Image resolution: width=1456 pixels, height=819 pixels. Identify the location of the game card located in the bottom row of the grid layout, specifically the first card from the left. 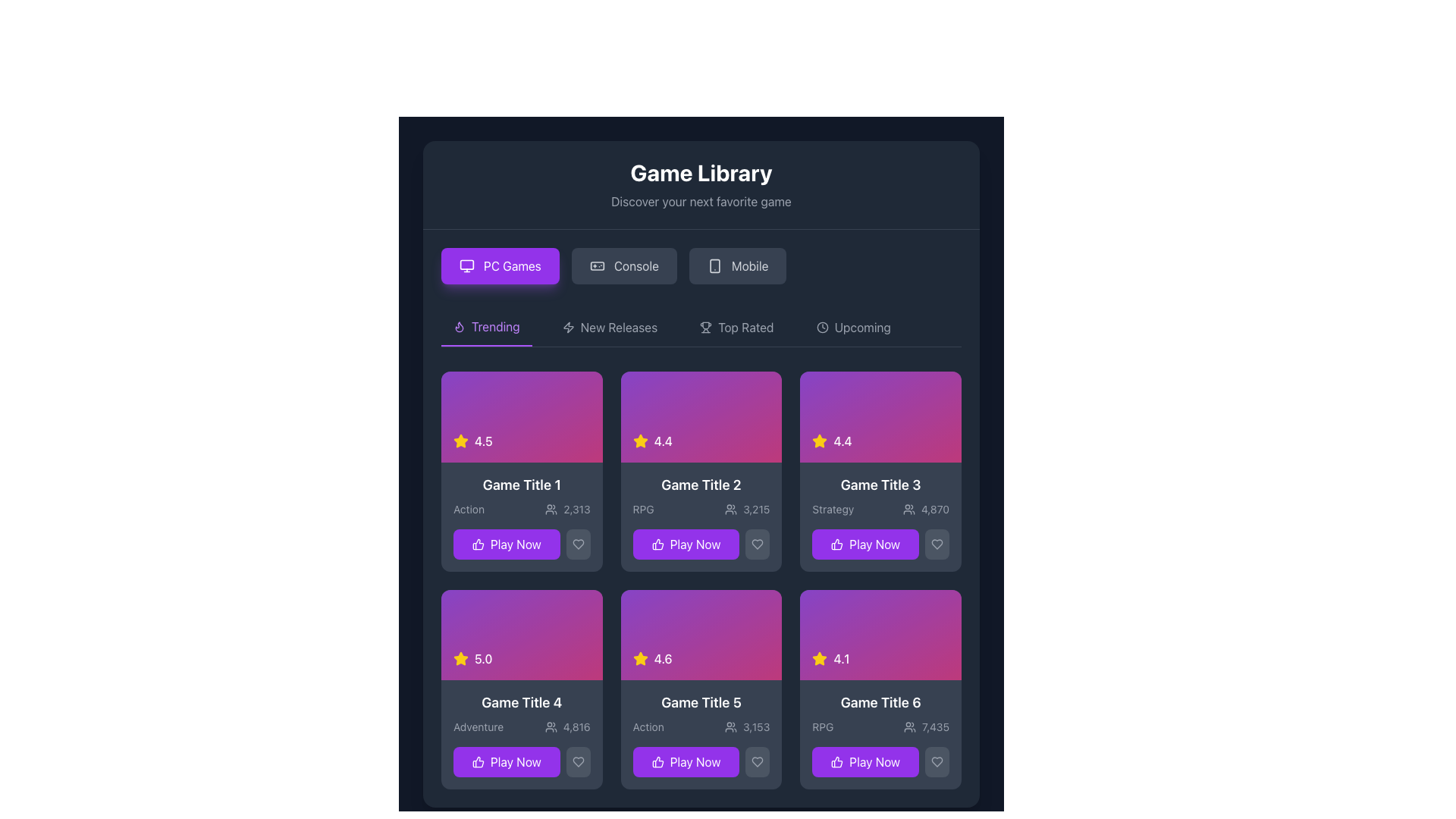
(522, 734).